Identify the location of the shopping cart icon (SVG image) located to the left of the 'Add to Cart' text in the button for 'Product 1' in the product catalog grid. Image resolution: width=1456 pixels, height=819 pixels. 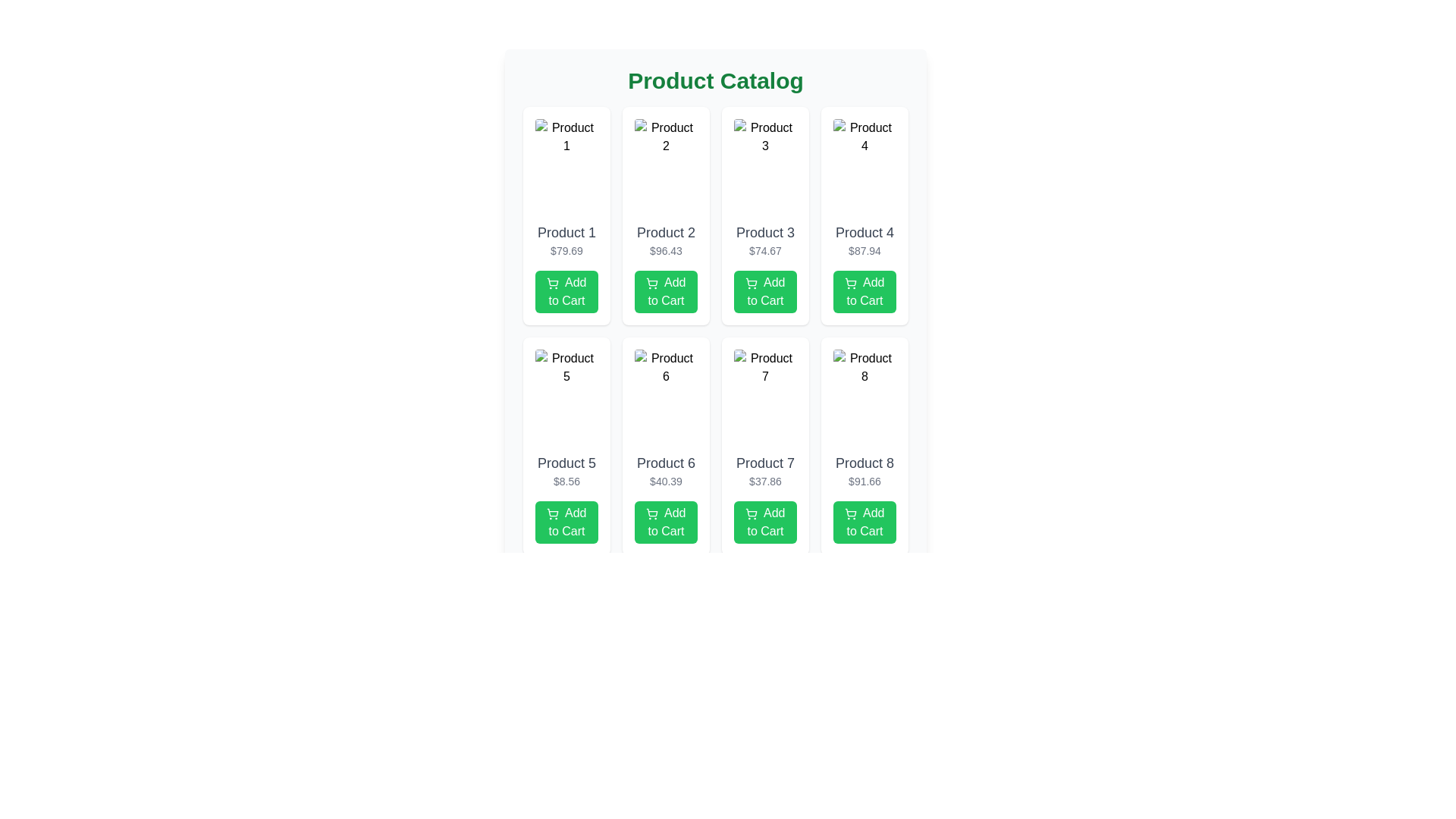
(552, 283).